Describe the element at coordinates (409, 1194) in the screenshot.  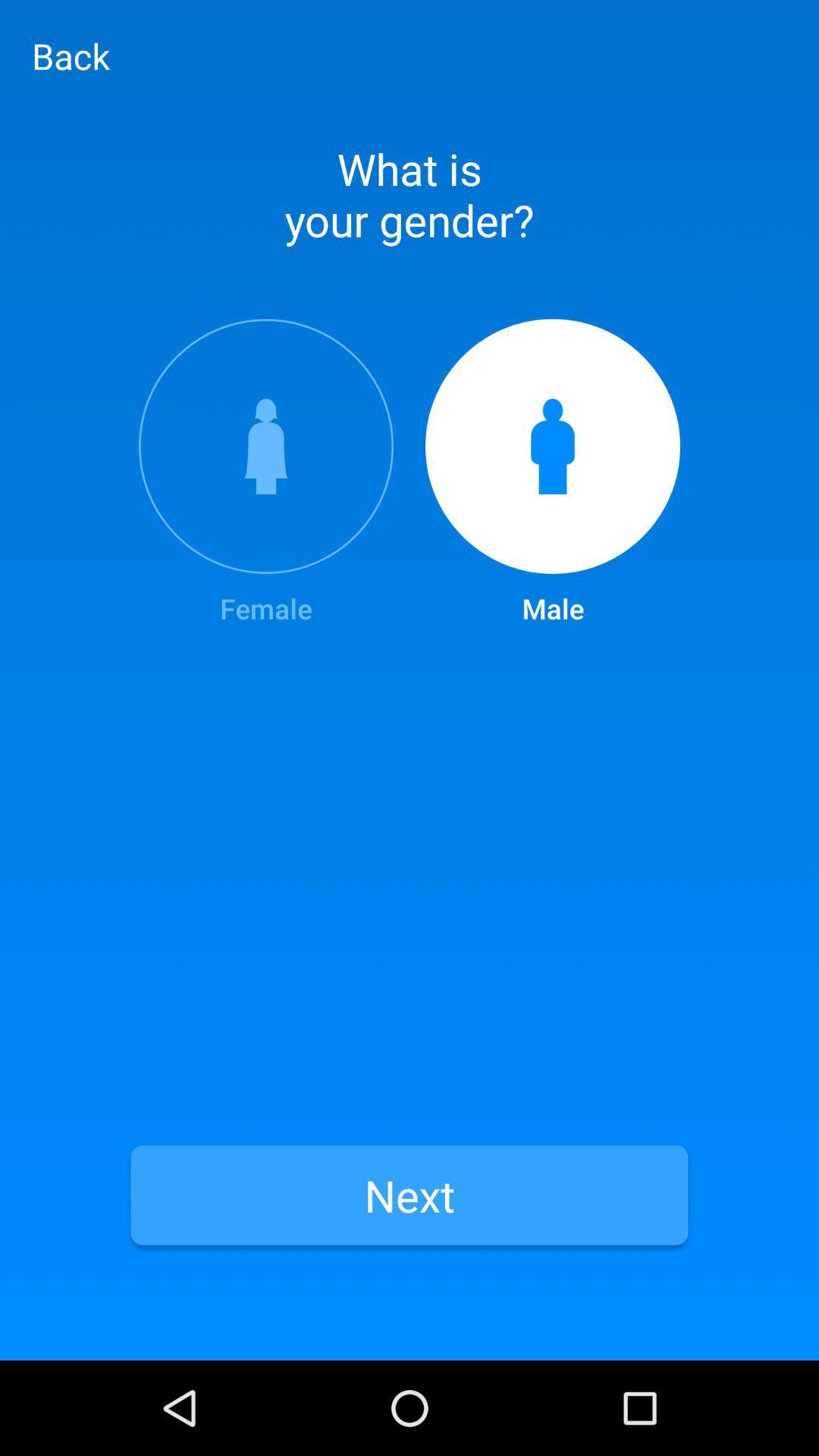
I see `the item below the female` at that location.